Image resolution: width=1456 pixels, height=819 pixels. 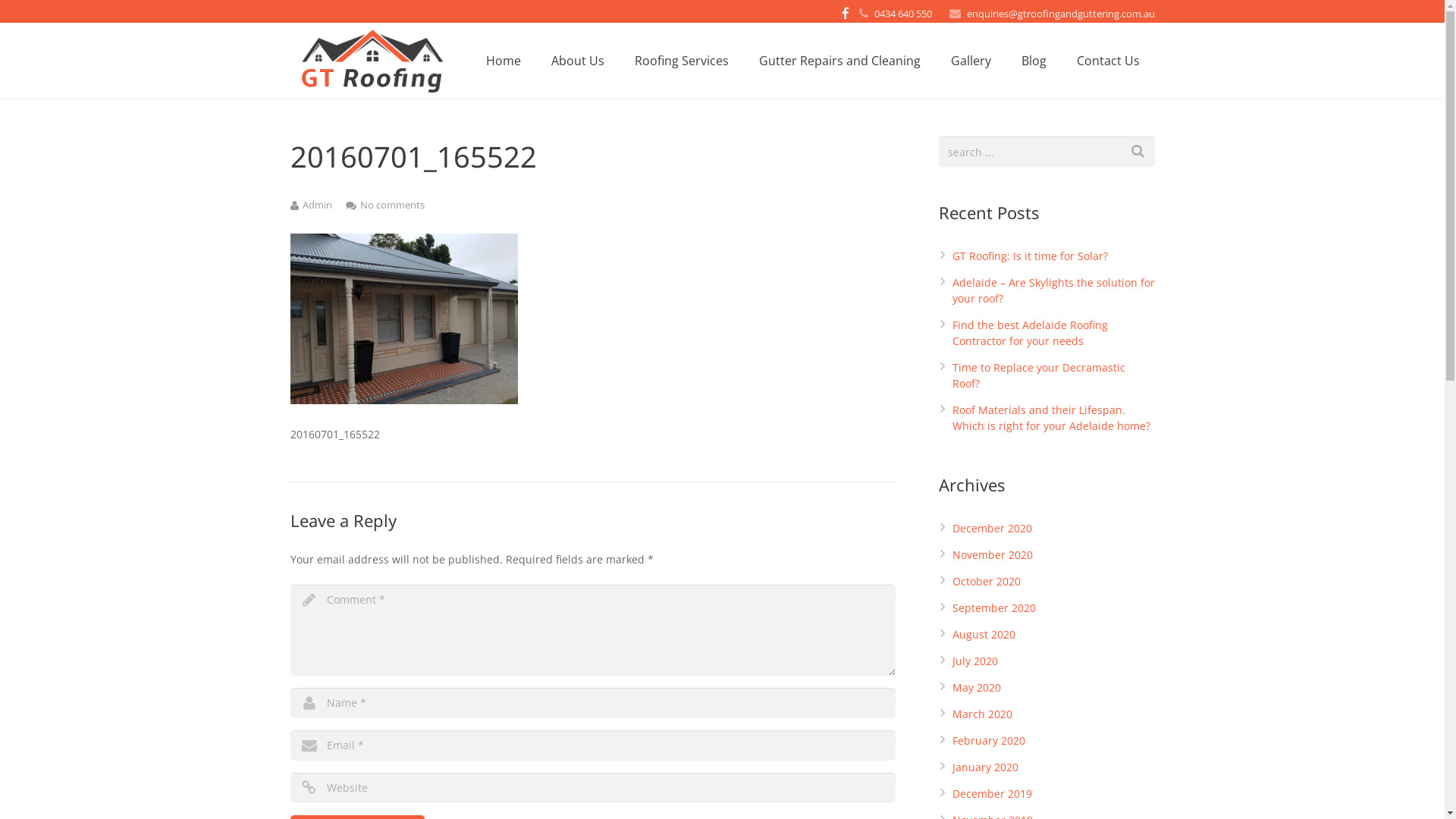 I want to click on 'Gutter Repairs and Cleaning', so click(x=838, y=60).